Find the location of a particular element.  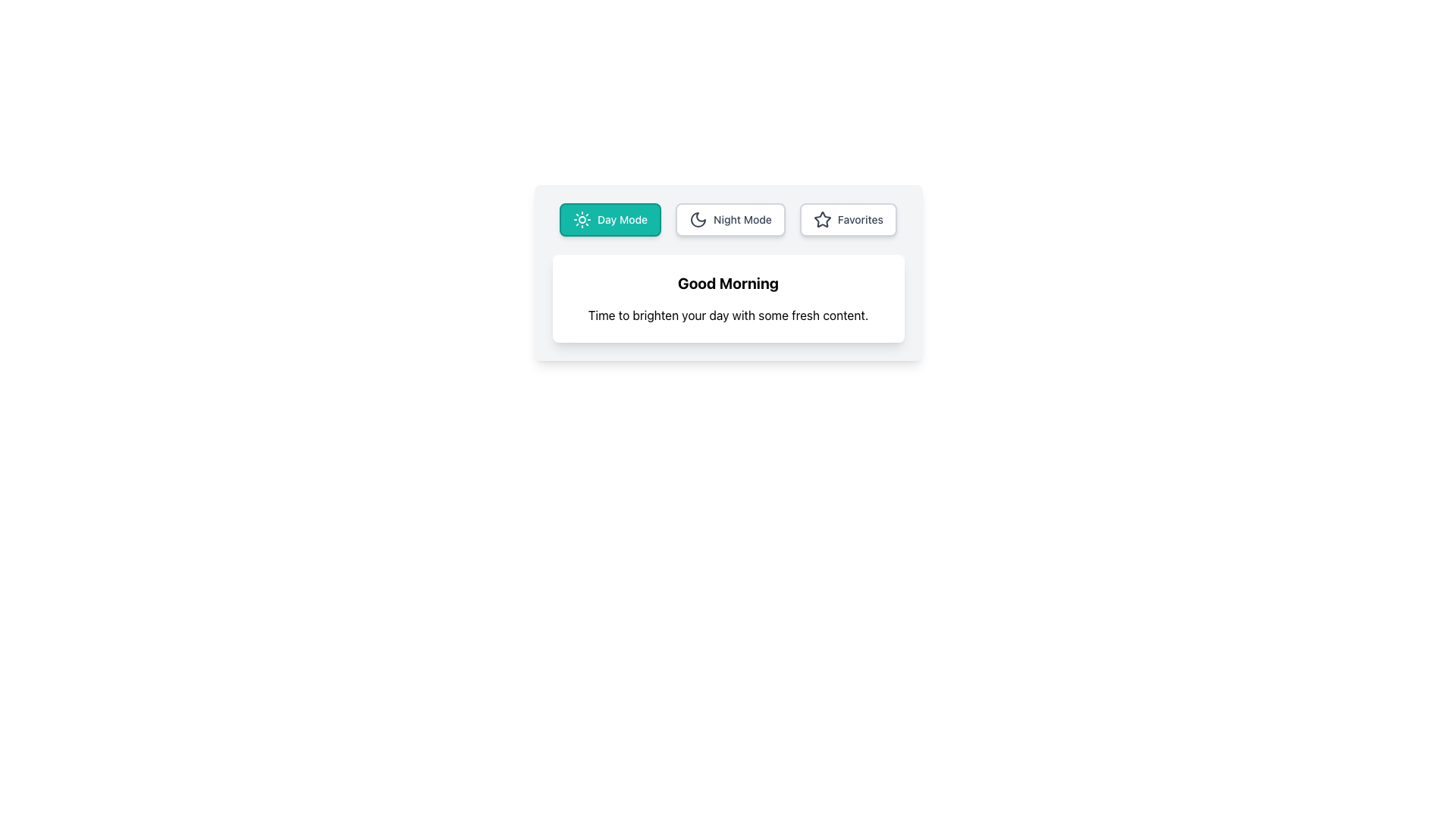

the 'Good Morning' text header displayed in a bold, extra-large font at the top of the white background card by moving the cursor to its center is located at coordinates (728, 284).